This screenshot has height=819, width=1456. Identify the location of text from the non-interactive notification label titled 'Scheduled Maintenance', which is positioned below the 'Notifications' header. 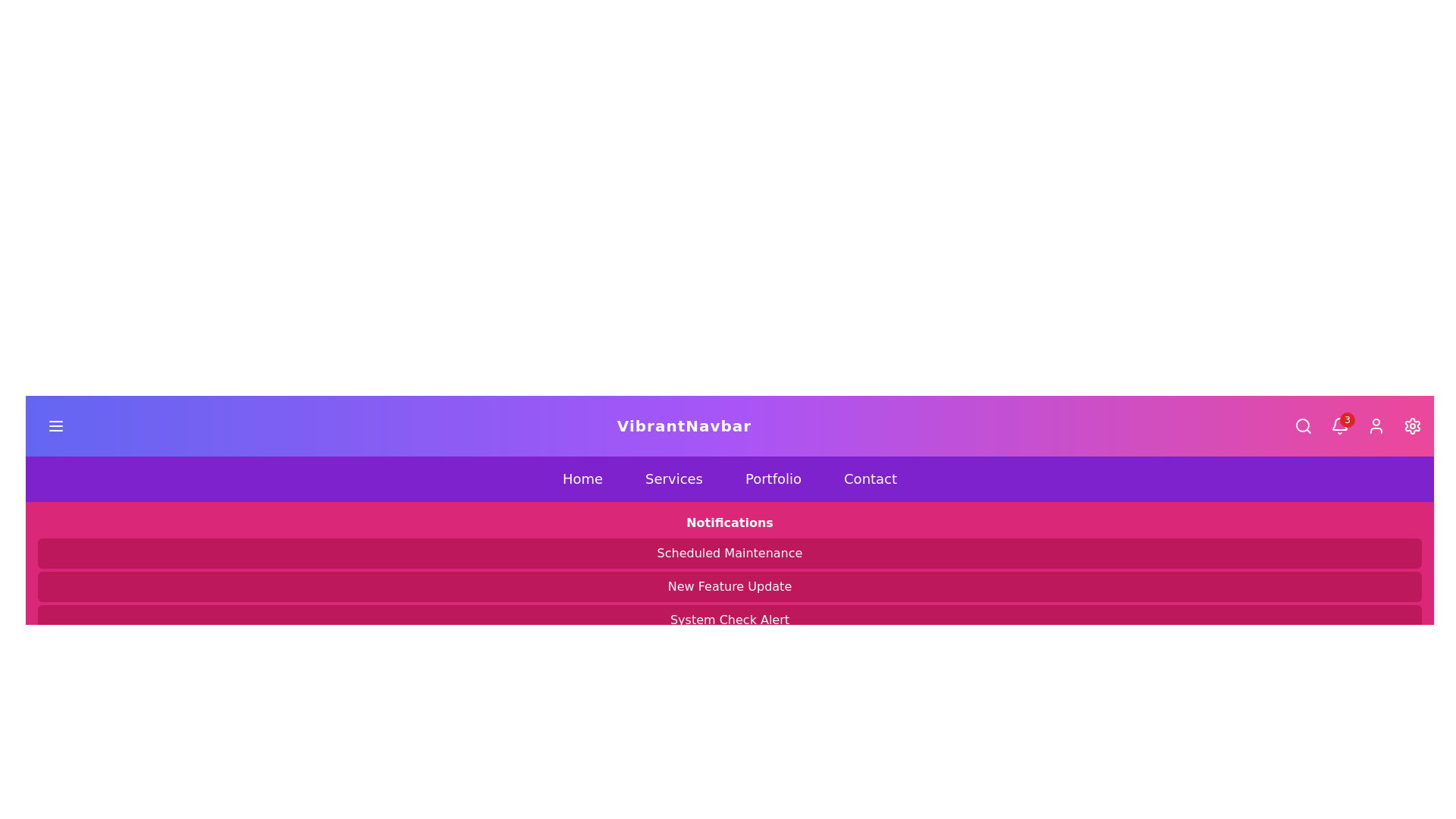
(730, 553).